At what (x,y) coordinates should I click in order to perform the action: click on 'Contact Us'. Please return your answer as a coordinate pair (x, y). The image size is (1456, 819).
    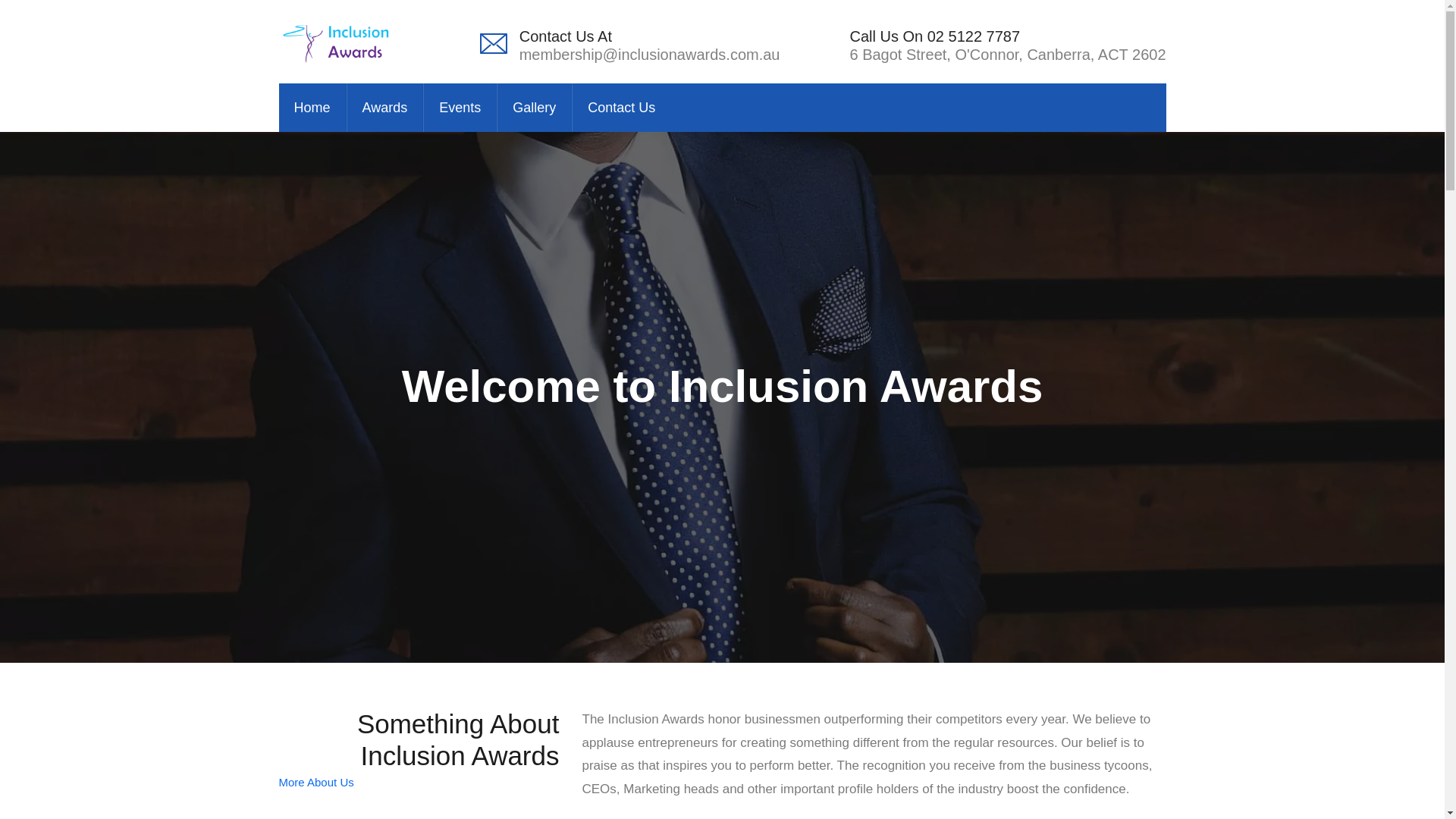
    Looking at the image, I should click on (570, 107).